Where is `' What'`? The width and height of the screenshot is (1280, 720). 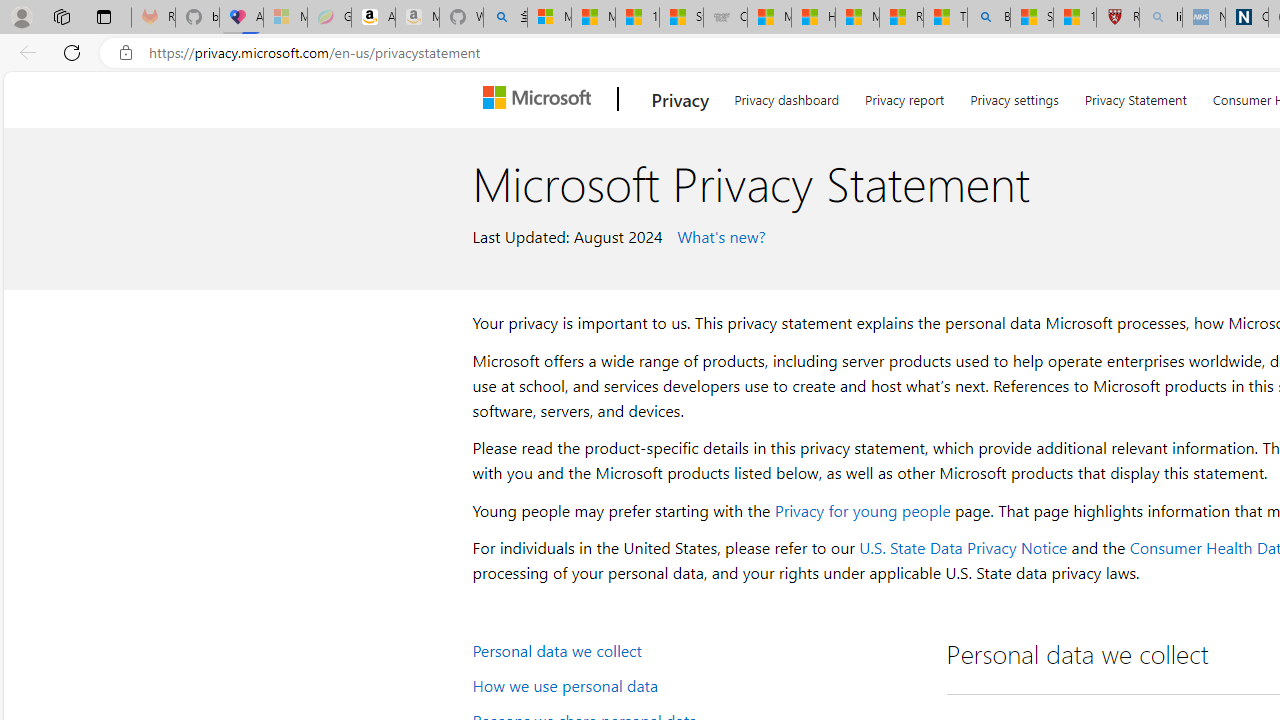
' What' is located at coordinates (718, 234).